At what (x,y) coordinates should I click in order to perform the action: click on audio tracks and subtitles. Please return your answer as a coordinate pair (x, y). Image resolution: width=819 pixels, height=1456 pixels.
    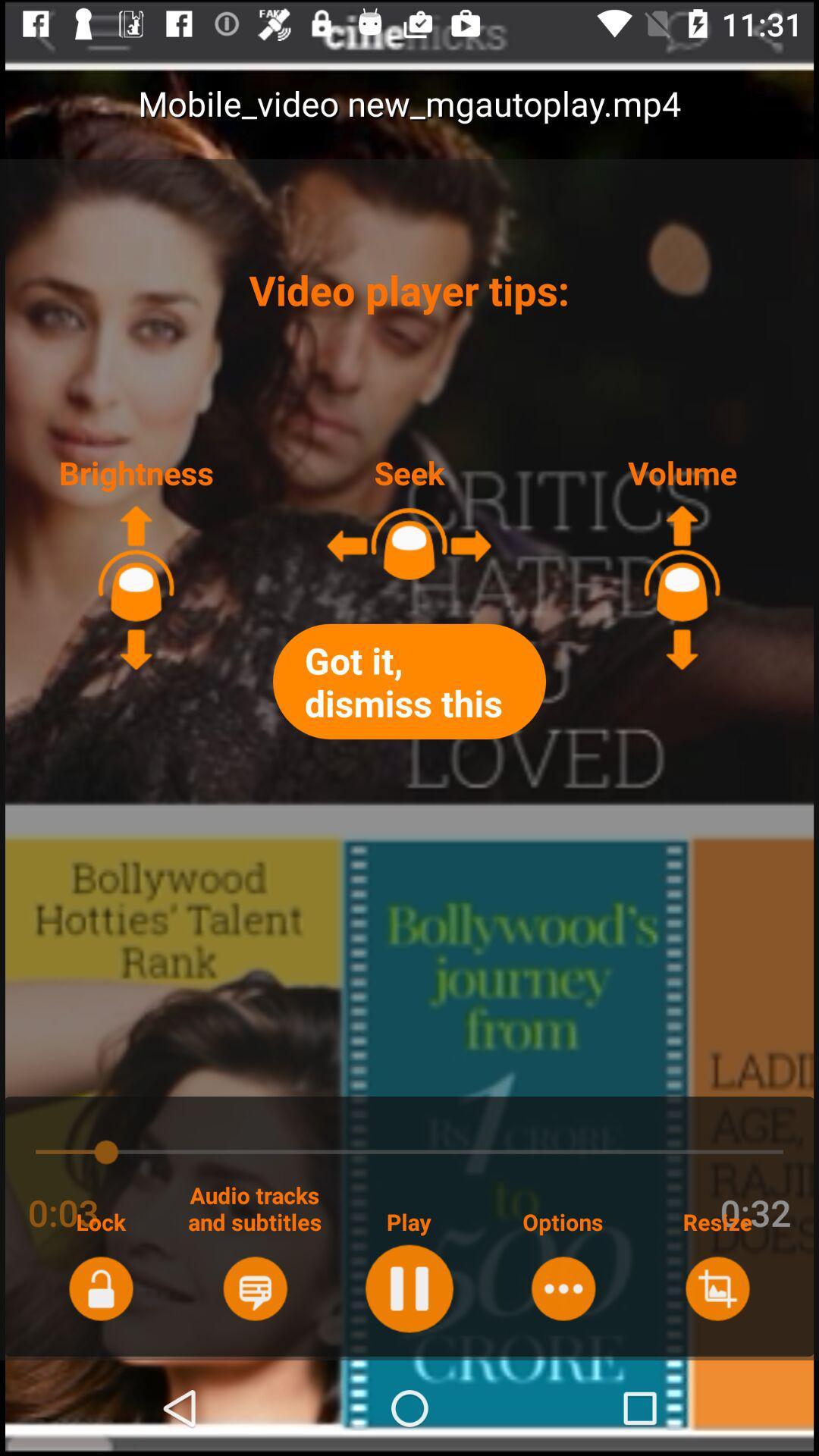
    Looking at the image, I should click on (254, 1288).